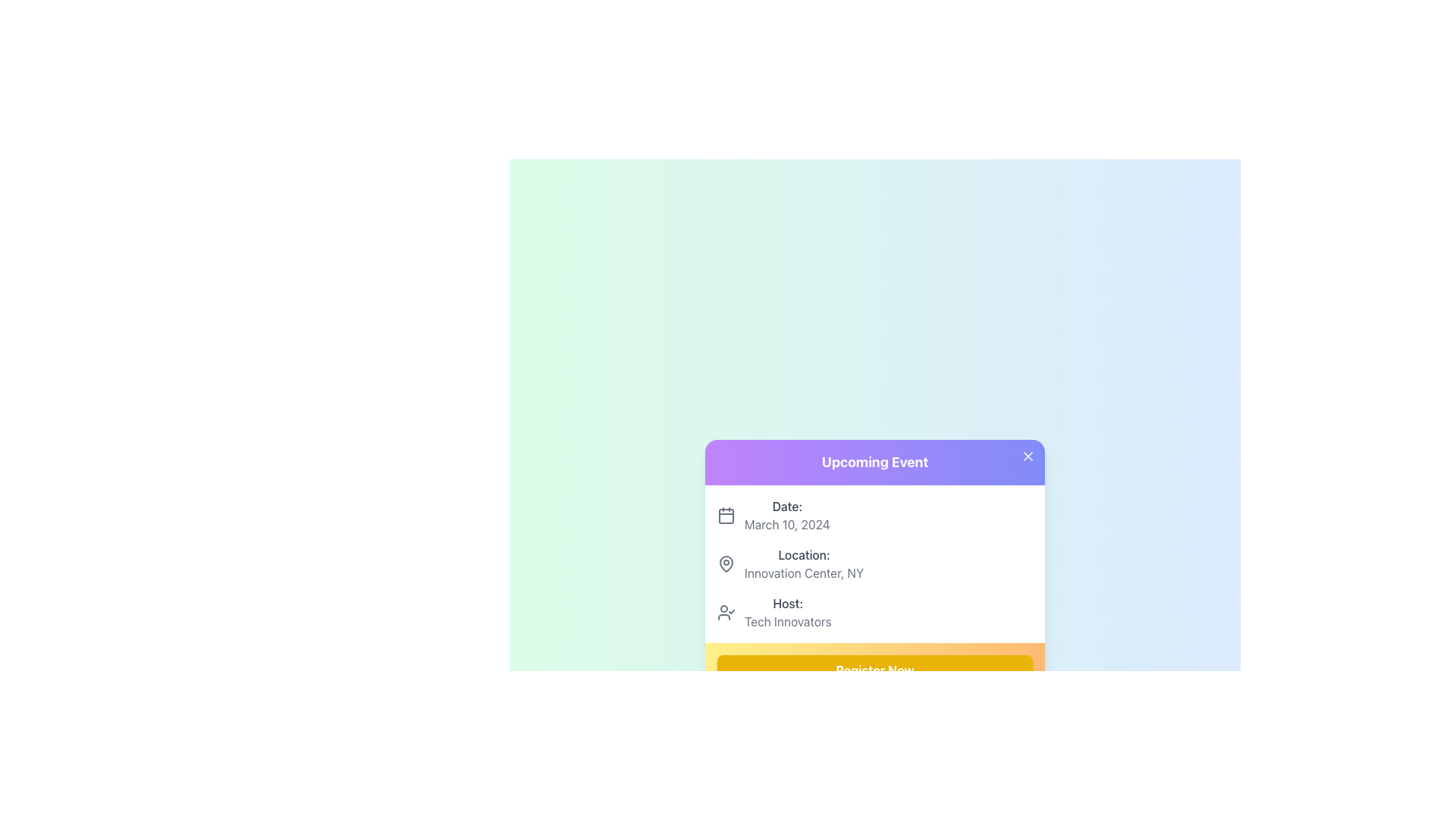 This screenshot has height=819, width=1456. What do you see at coordinates (803, 555) in the screenshot?
I see `the Text Label element displaying 'Location:' which is styled in bold gray font and positioned within the event information card` at bounding box center [803, 555].